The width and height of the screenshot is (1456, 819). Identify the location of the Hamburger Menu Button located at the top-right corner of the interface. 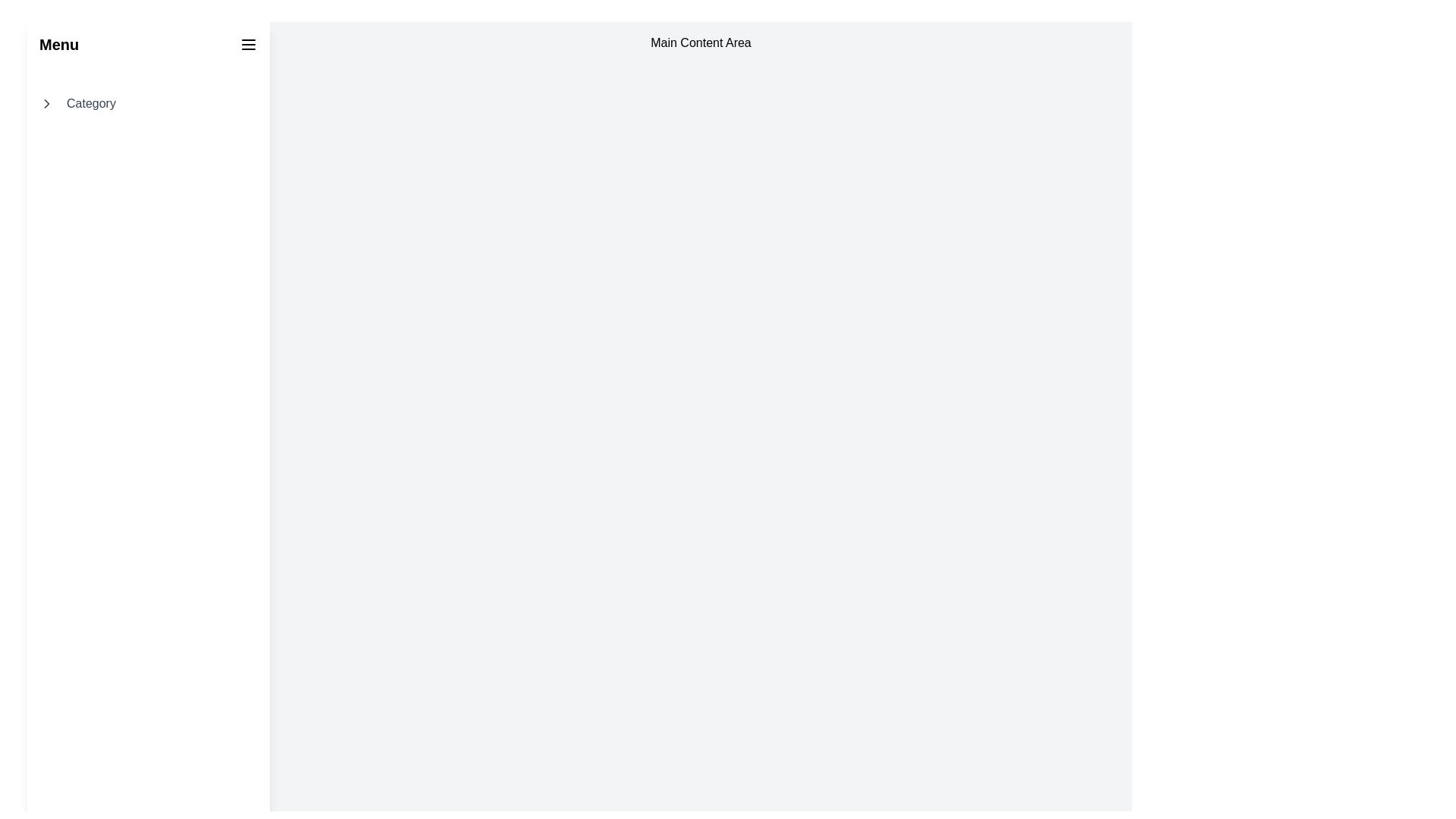
(248, 43).